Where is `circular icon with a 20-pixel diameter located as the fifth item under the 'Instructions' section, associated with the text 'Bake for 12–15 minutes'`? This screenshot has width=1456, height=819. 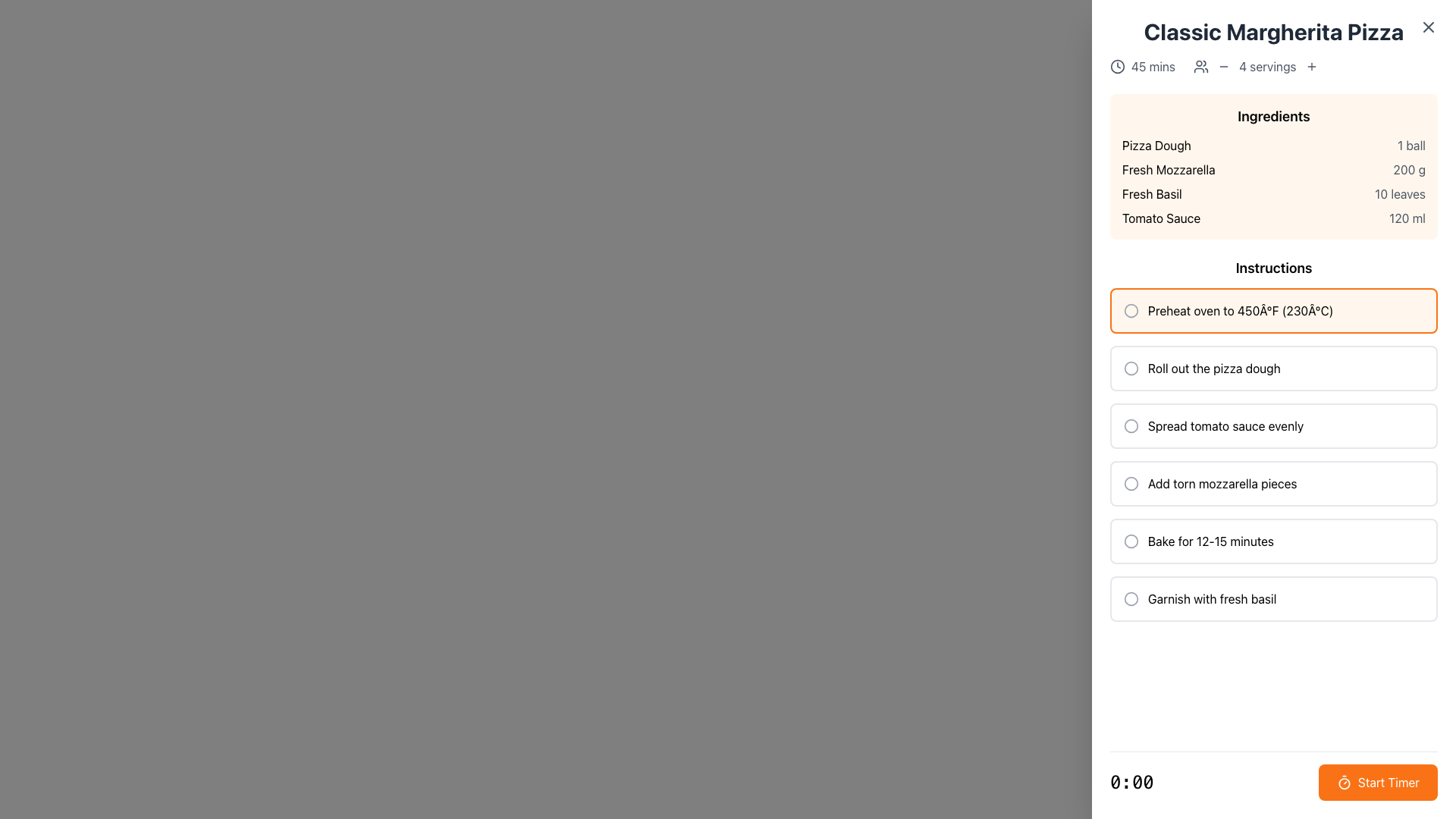 circular icon with a 20-pixel diameter located as the fifth item under the 'Instructions' section, associated with the text 'Bake for 12–15 minutes' is located at coordinates (1131, 540).